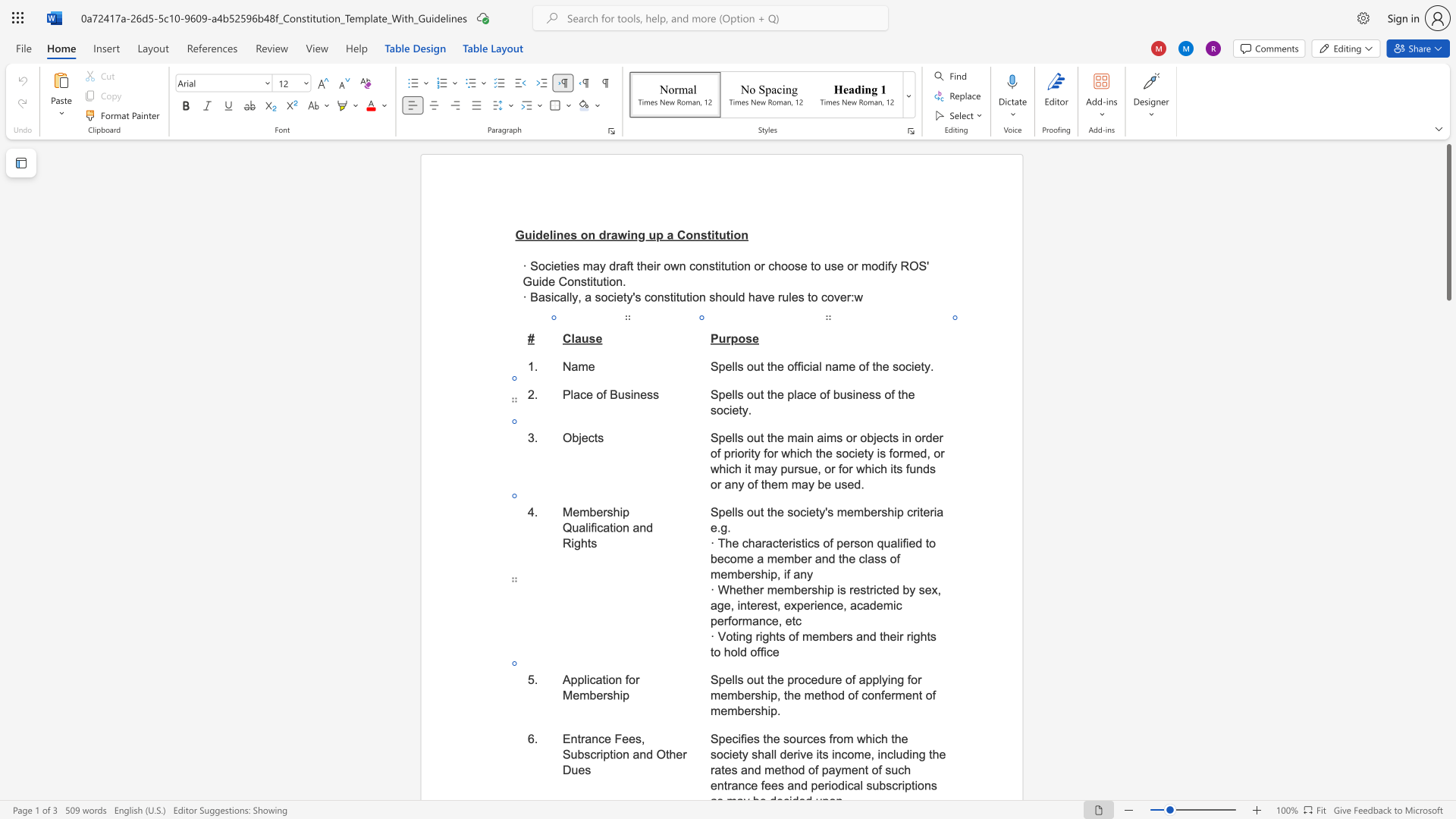 The width and height of the screenshot is (1456, 819). What do you see at coordinates (574, 542) in the screenshot?
I see `the space between the continuous character "i" and "g" in the text` at bounding box center [574, 542].